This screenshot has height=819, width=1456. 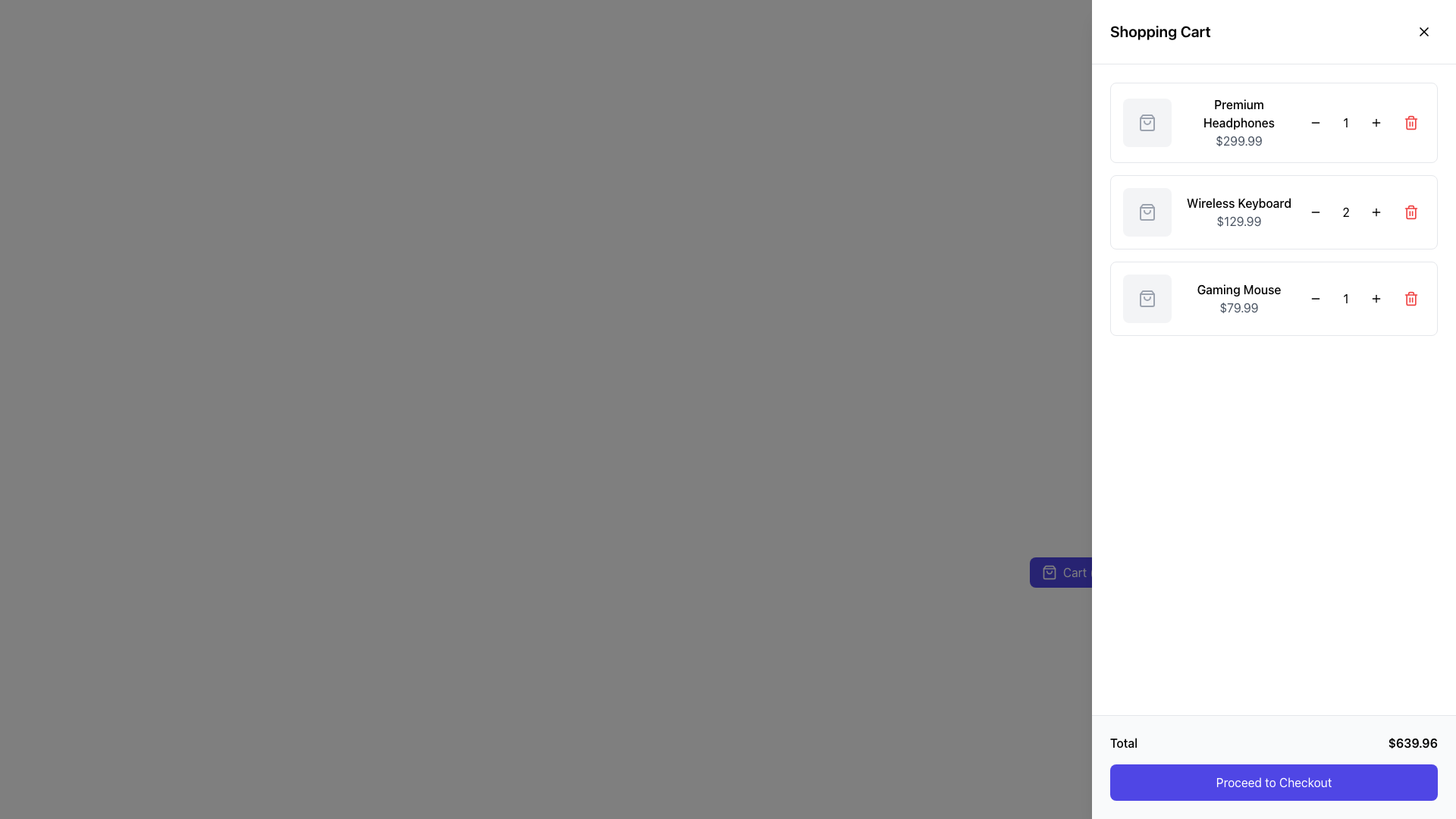 What do you see at coordinates (1346, 298) in the screenshot?
I see `the quantity display element for the 'Gaming Mouse' in the shopping cart, located beneath the product and between the minus ('-') and plus ('+') buttons` at bounding box center [1346, 298].